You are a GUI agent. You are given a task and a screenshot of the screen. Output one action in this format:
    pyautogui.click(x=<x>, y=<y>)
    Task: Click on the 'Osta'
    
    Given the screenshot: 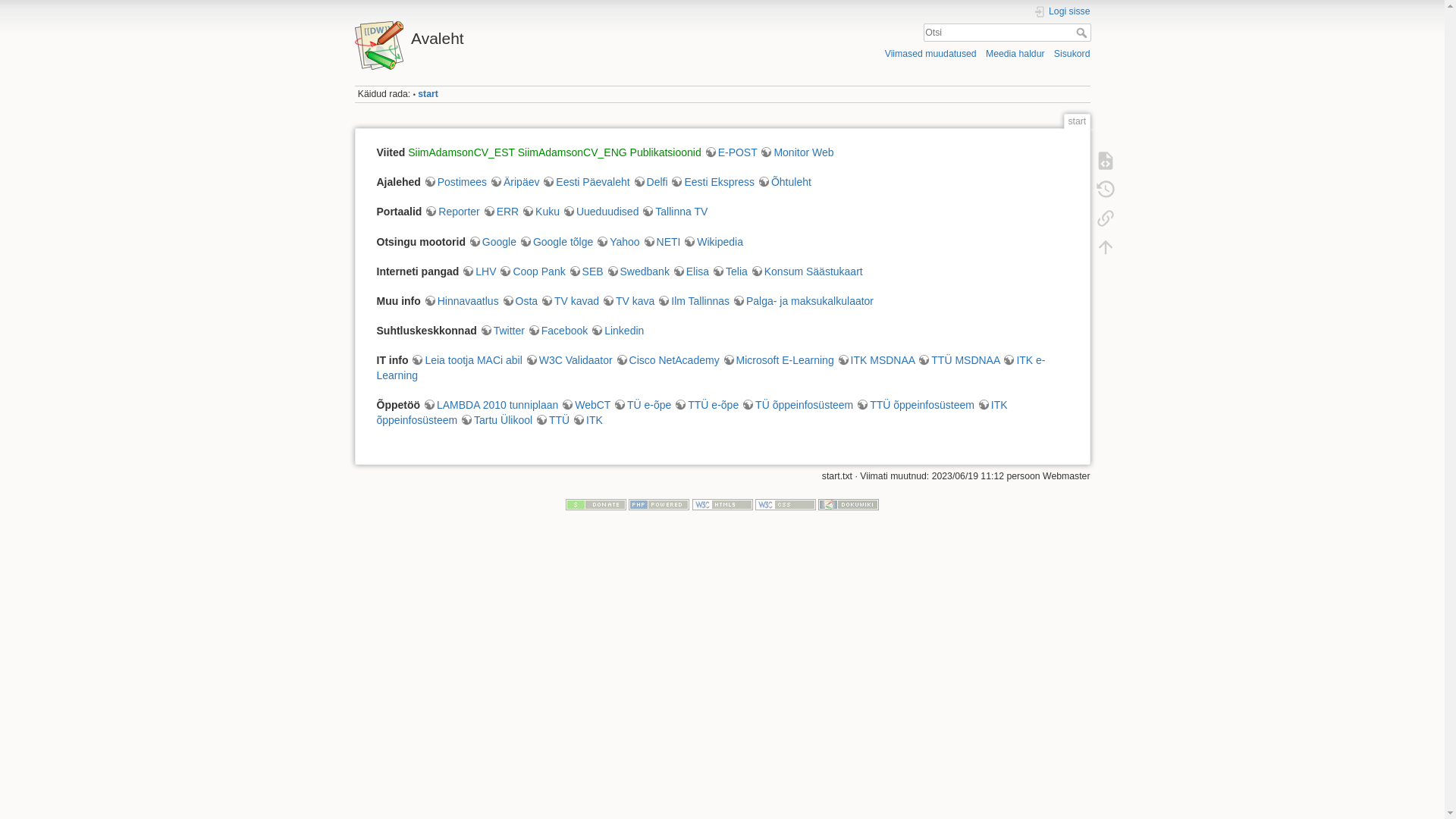 What is the action you would take?
    pyautogui.click(x=520, y=301)
    